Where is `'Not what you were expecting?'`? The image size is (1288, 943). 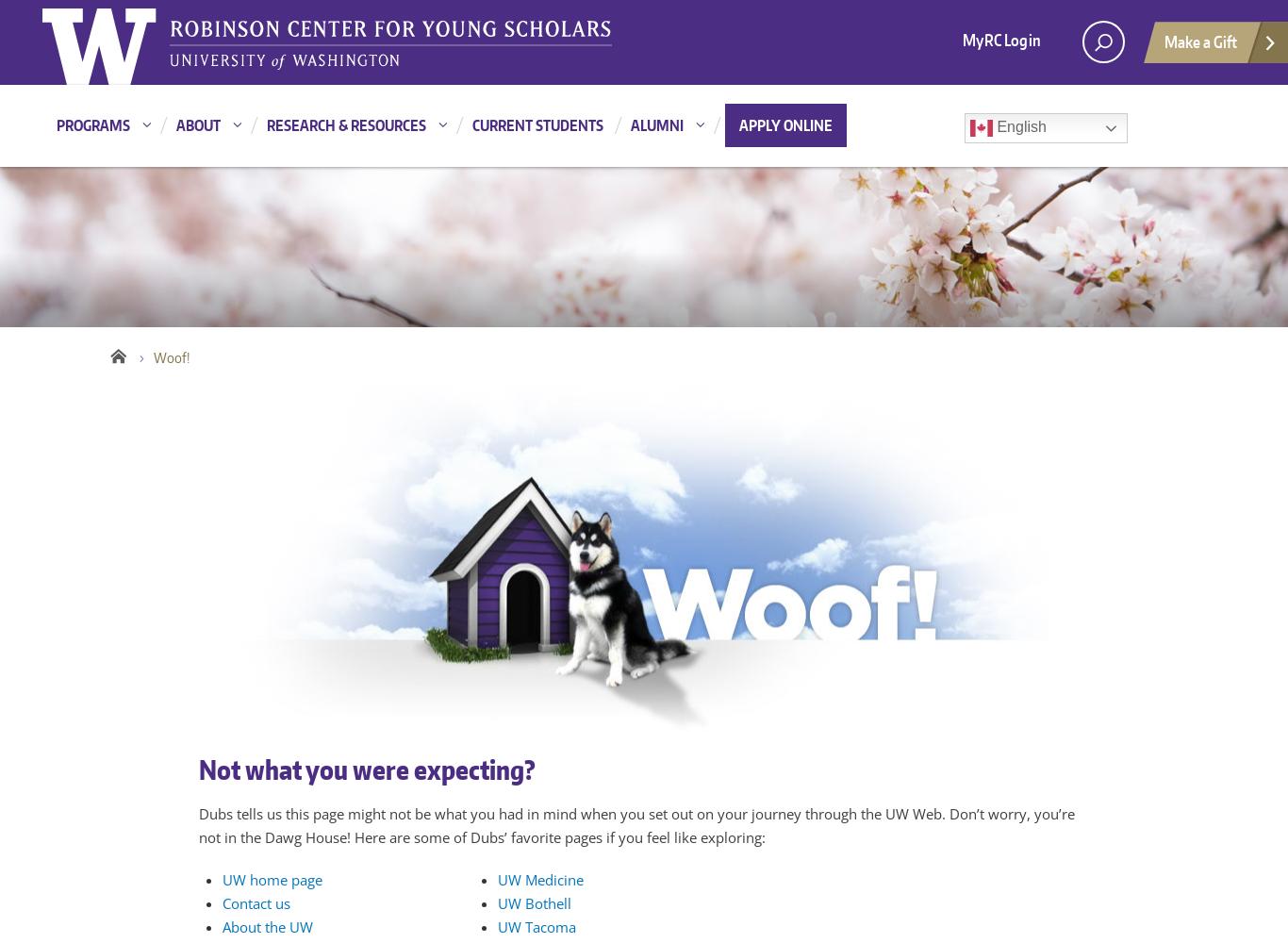
'Not what you were expecting?' is located at coordinates (365, 769).